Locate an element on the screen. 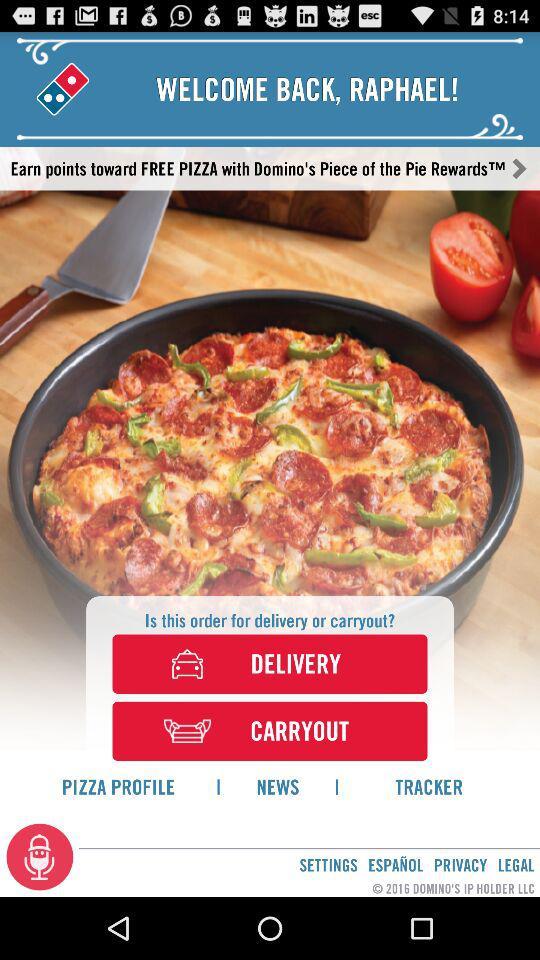 The height and width of the screenshot is (960, 540). tracker item is located at coordinates (428, 786).